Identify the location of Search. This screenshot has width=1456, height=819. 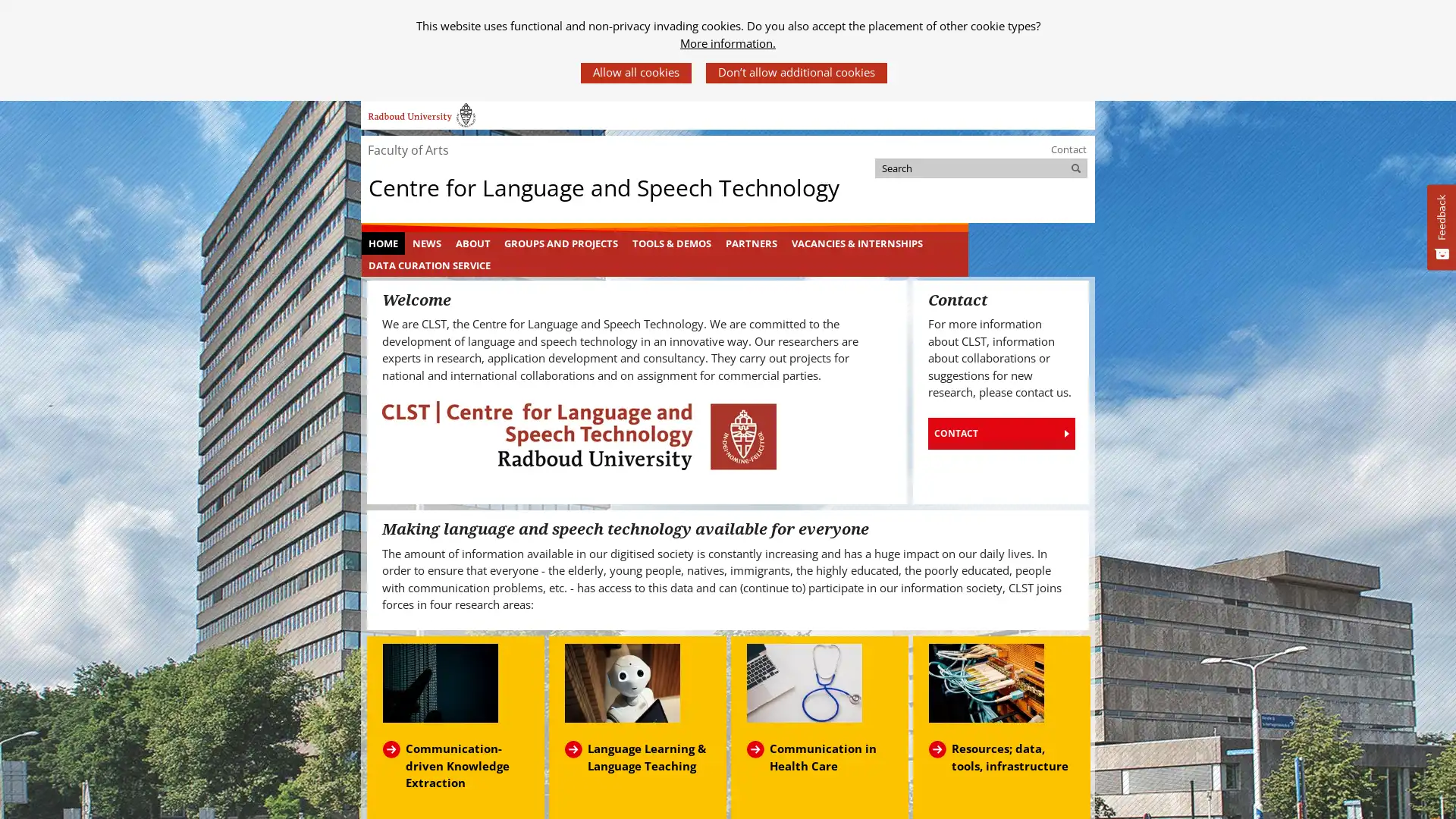
(1076, 168).